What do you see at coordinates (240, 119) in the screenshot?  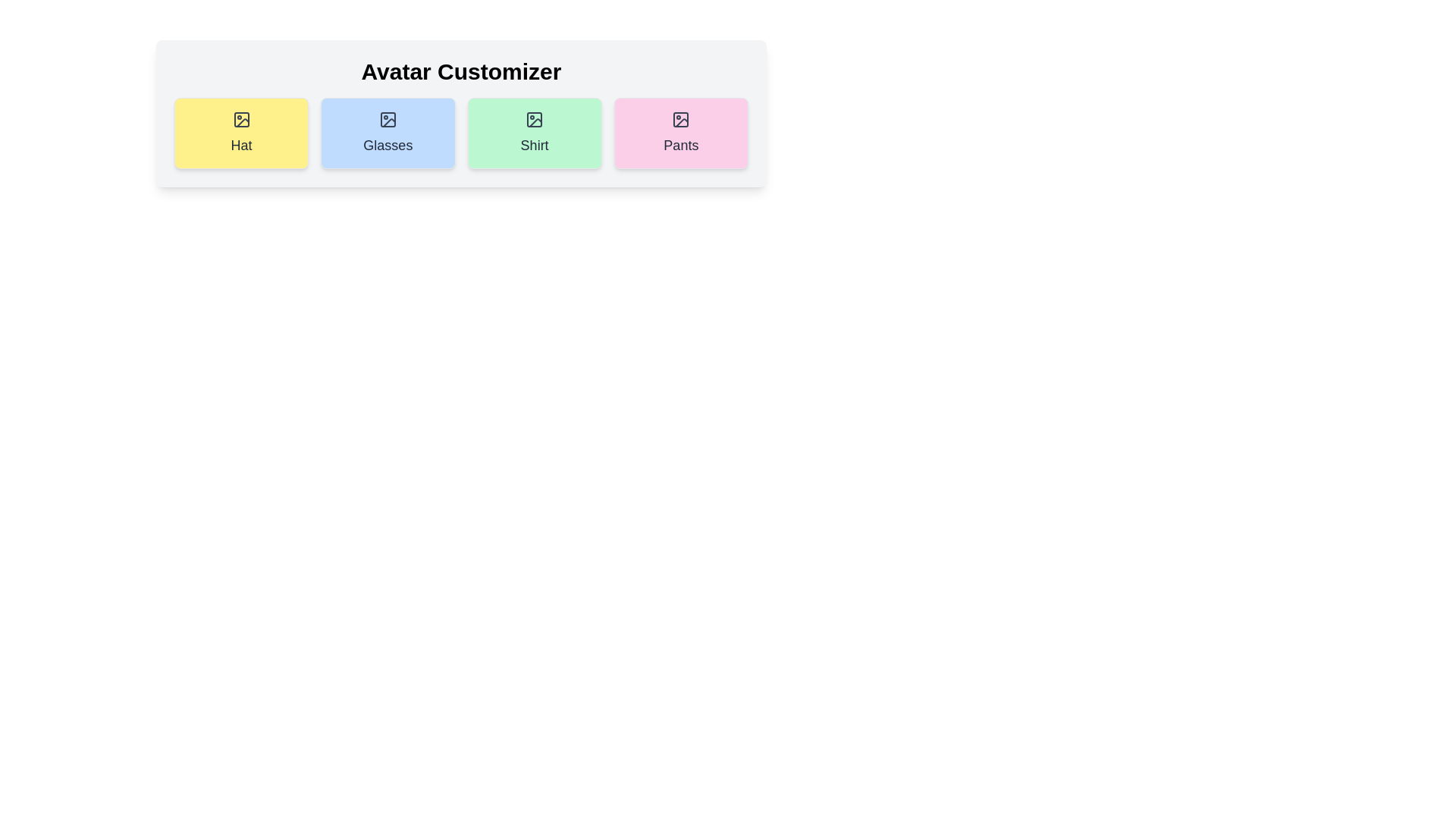 I see `the 'Hat' icon represented within the yellow rectangular card located in the top-left corner of the grid` at bounding box center [240, 119].